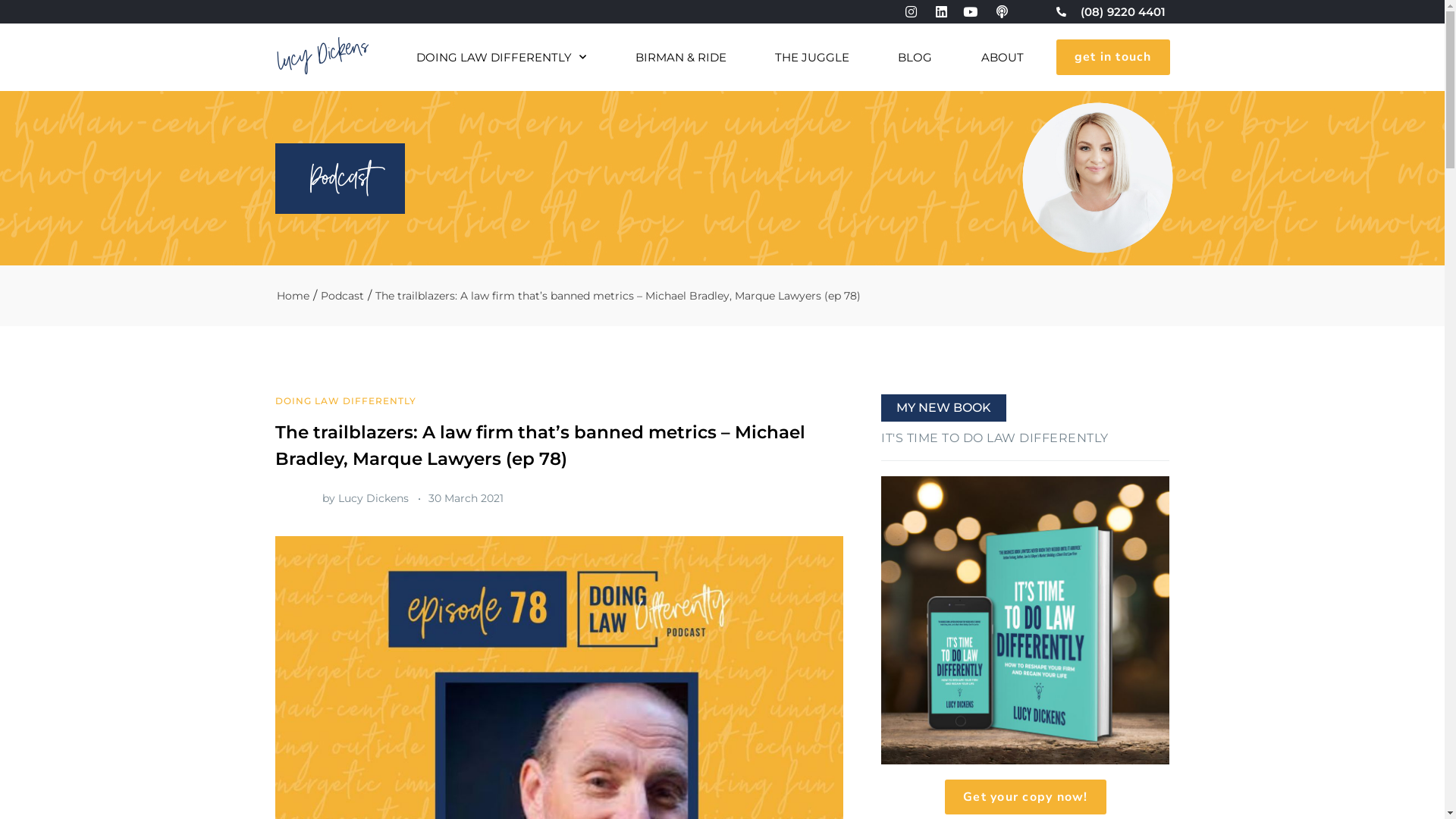  Describe the element at coordinates (811, 56) in the screenshot. I see `'THE JUGGLE'` at that location.